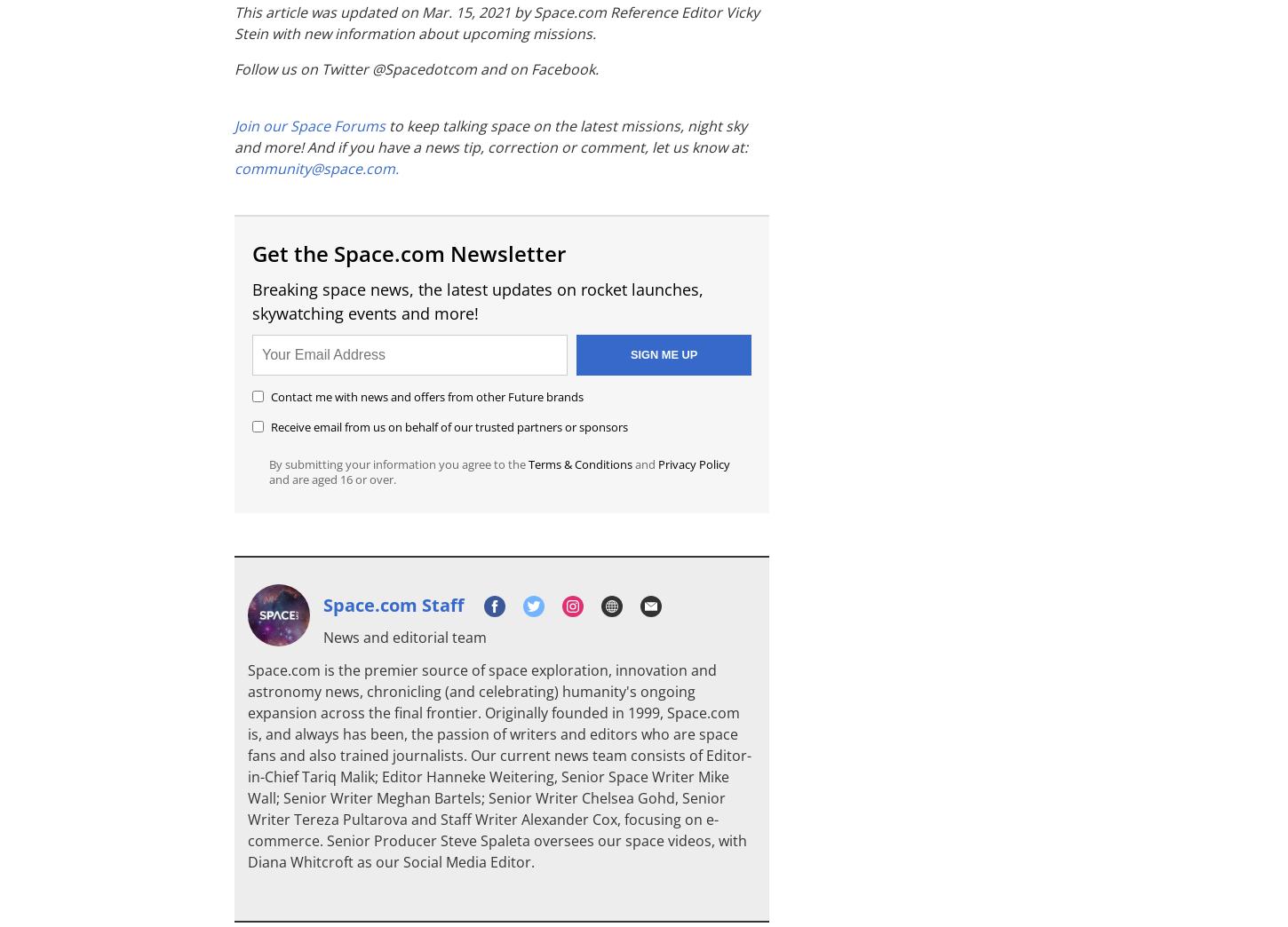 Image resolution: width=1288 pixels, height=927 pixels. I want to click on 'News and editorial team', so click(404, 636).